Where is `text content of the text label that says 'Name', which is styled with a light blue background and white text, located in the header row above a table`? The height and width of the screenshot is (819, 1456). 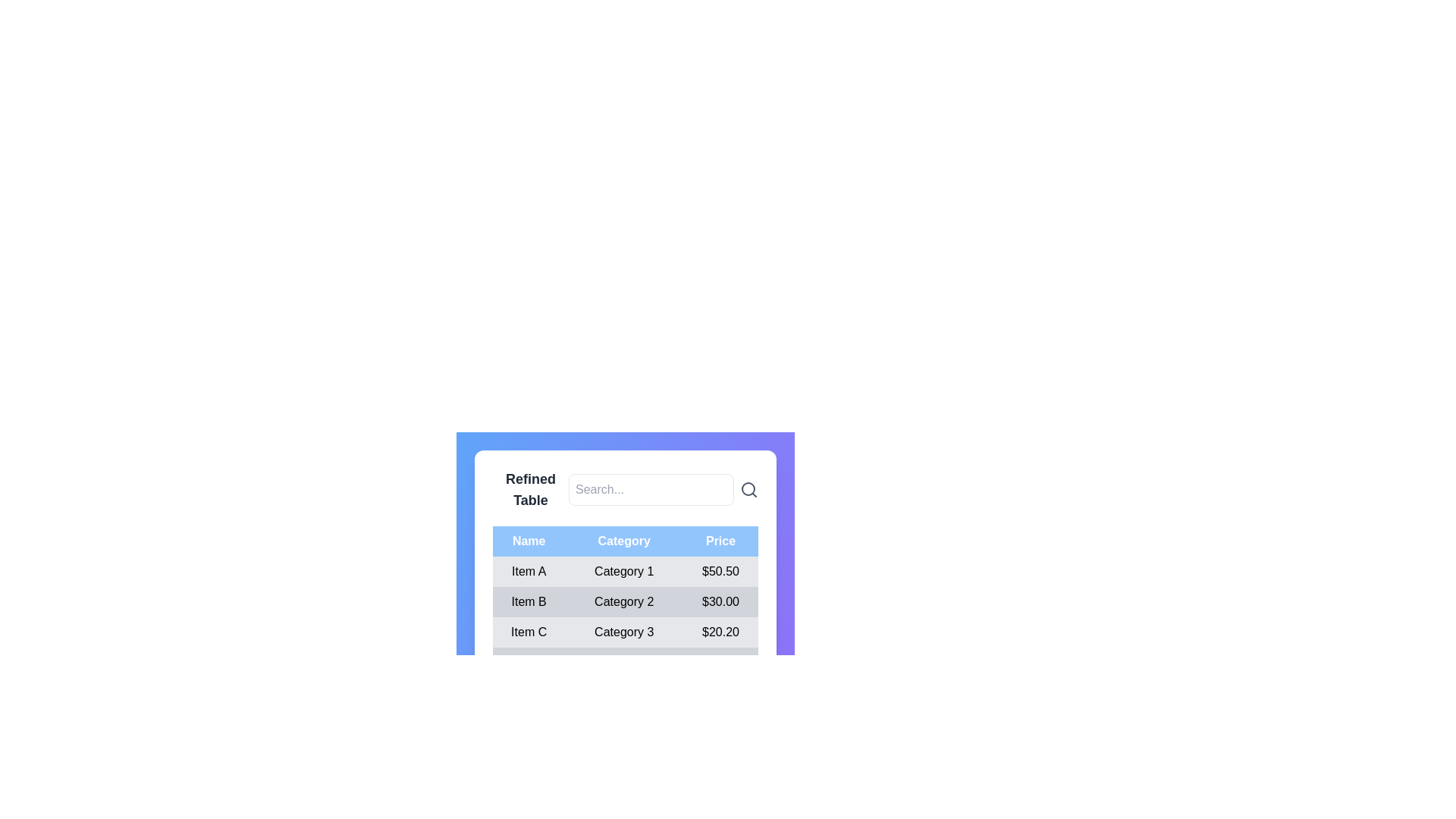 text content of the text label that says 'Name', which is styled with a light blue background and white text, located in the header row above a table is located at coordinates (529, 540).